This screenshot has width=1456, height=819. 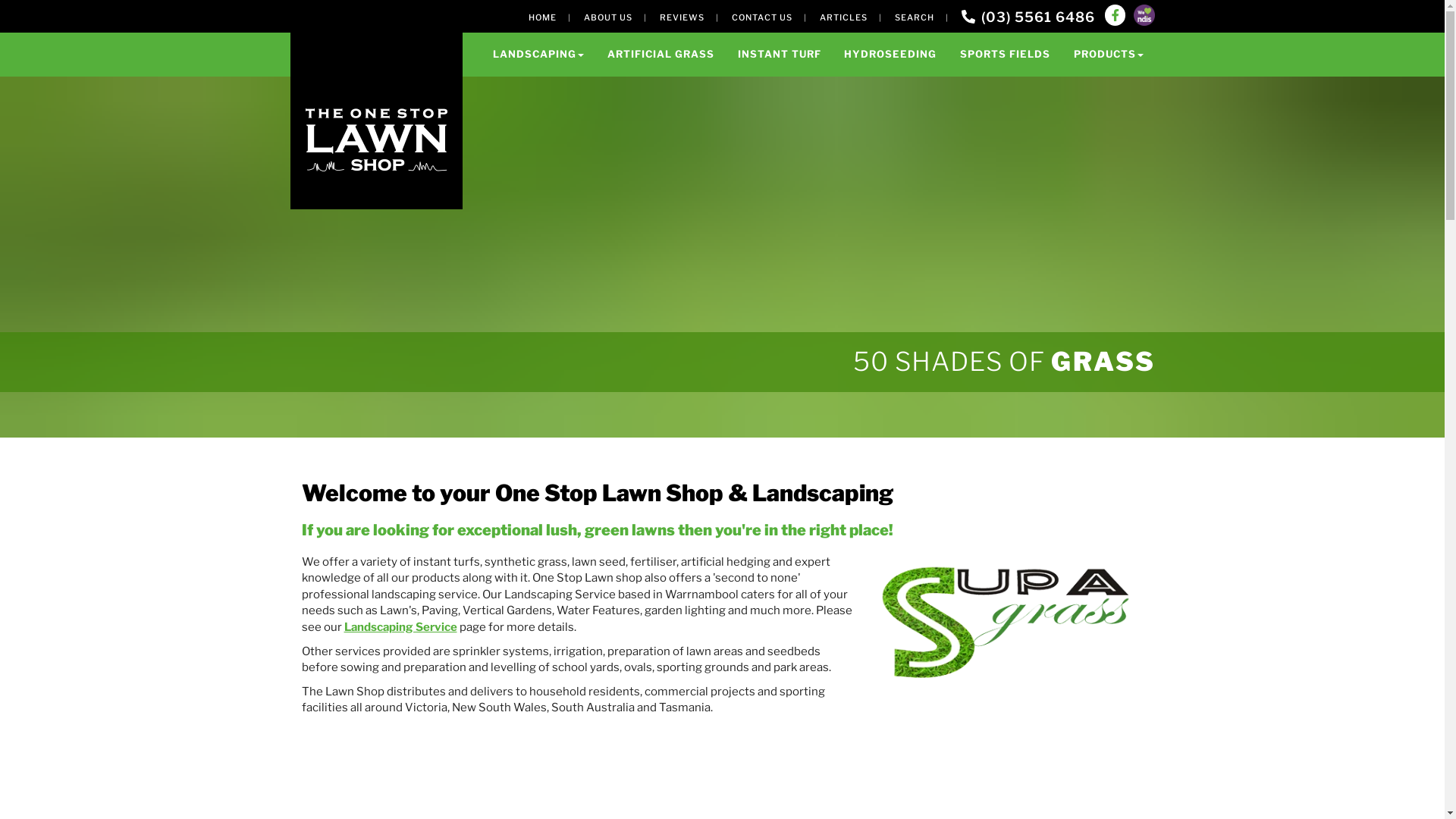 I want to click on 'HYDROSEEDING', so click(x=890, y=54).